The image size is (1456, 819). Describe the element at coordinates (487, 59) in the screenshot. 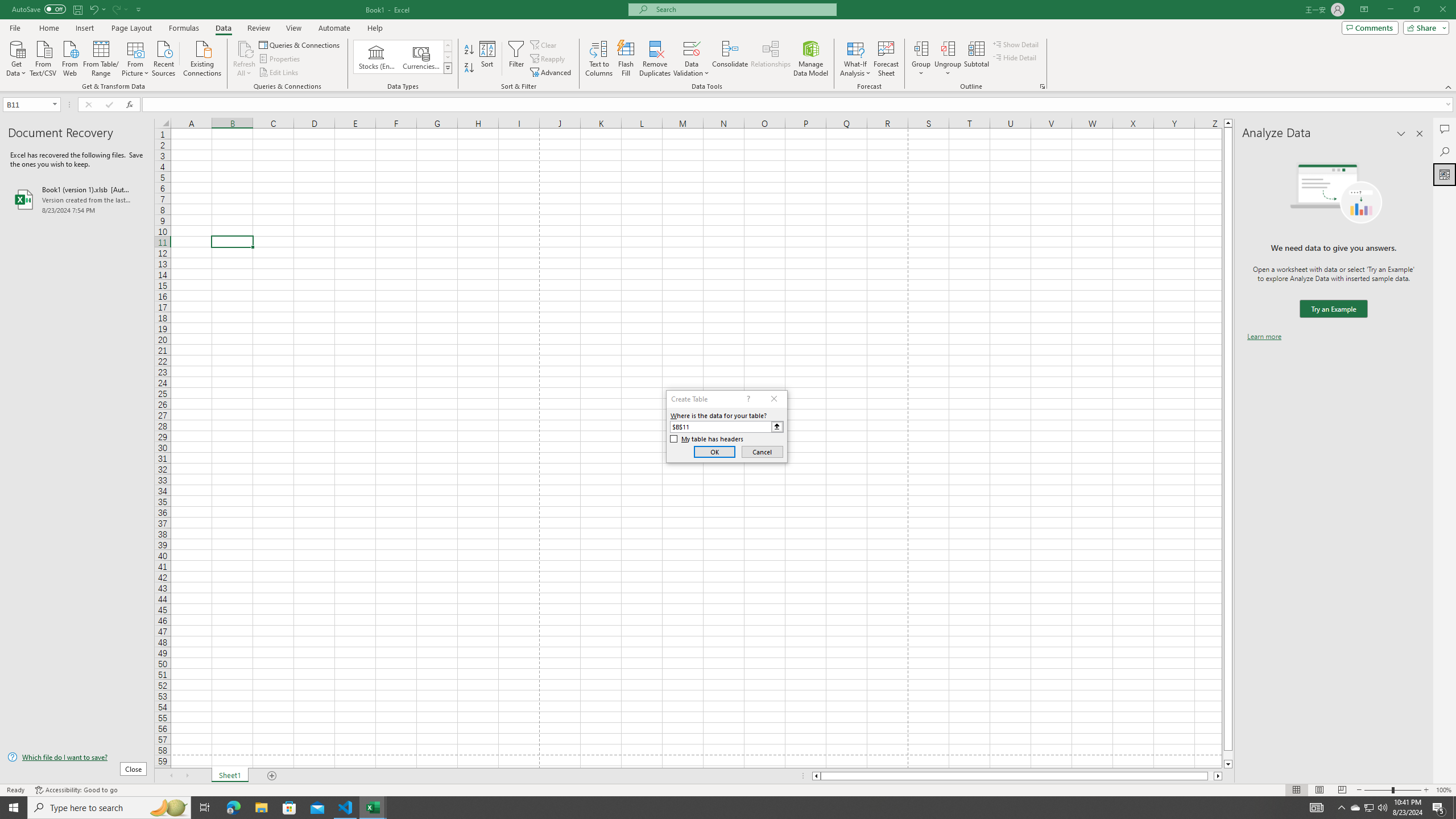

I see `'Sort...'` at that location.